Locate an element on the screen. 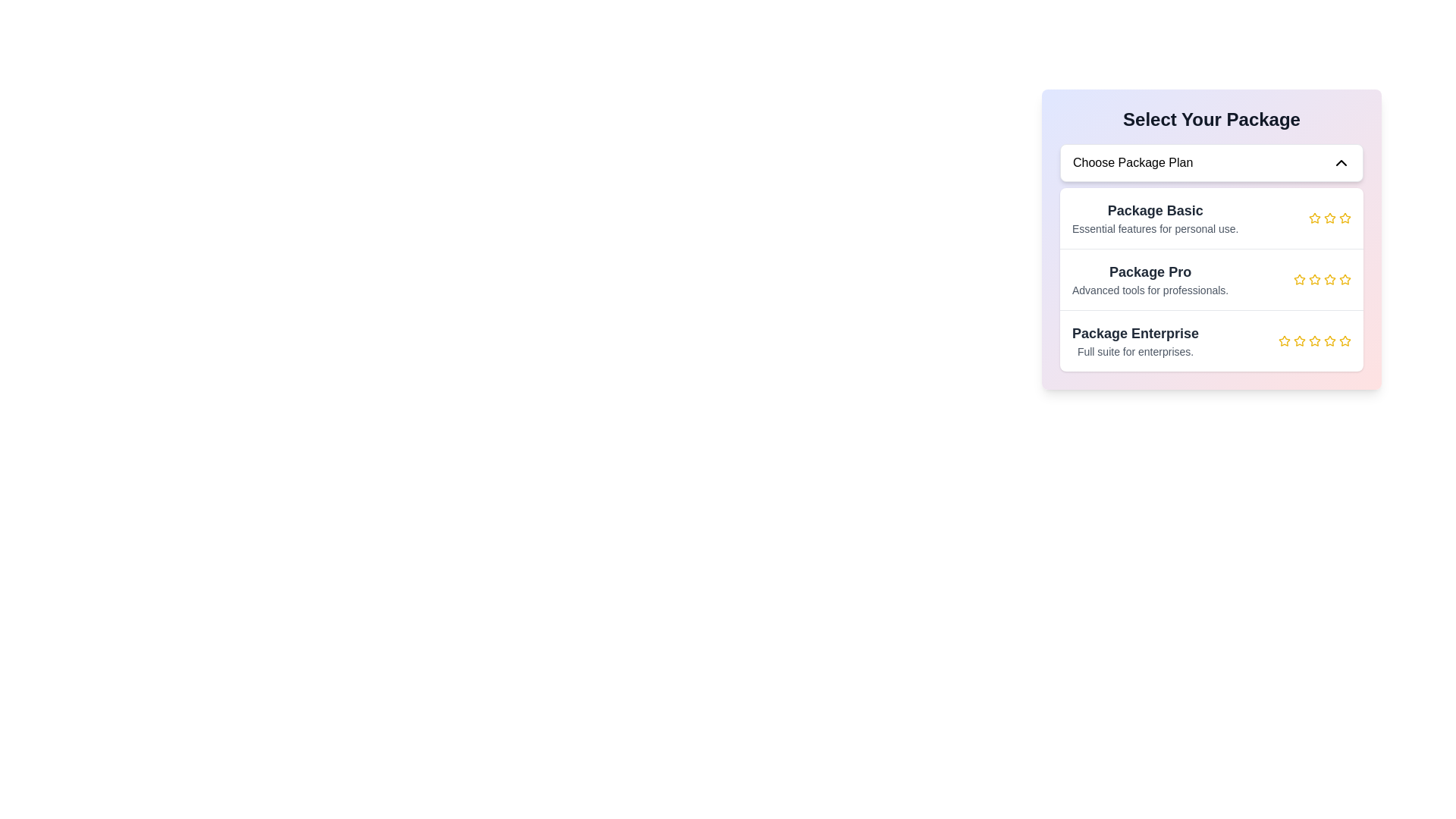 Image resolution: width=1456 pixels, height=819 pixels. the fifth star icon in the rating row for the 'Package Enterprise' option to provide a rating is located at coordinates (1329, 340).